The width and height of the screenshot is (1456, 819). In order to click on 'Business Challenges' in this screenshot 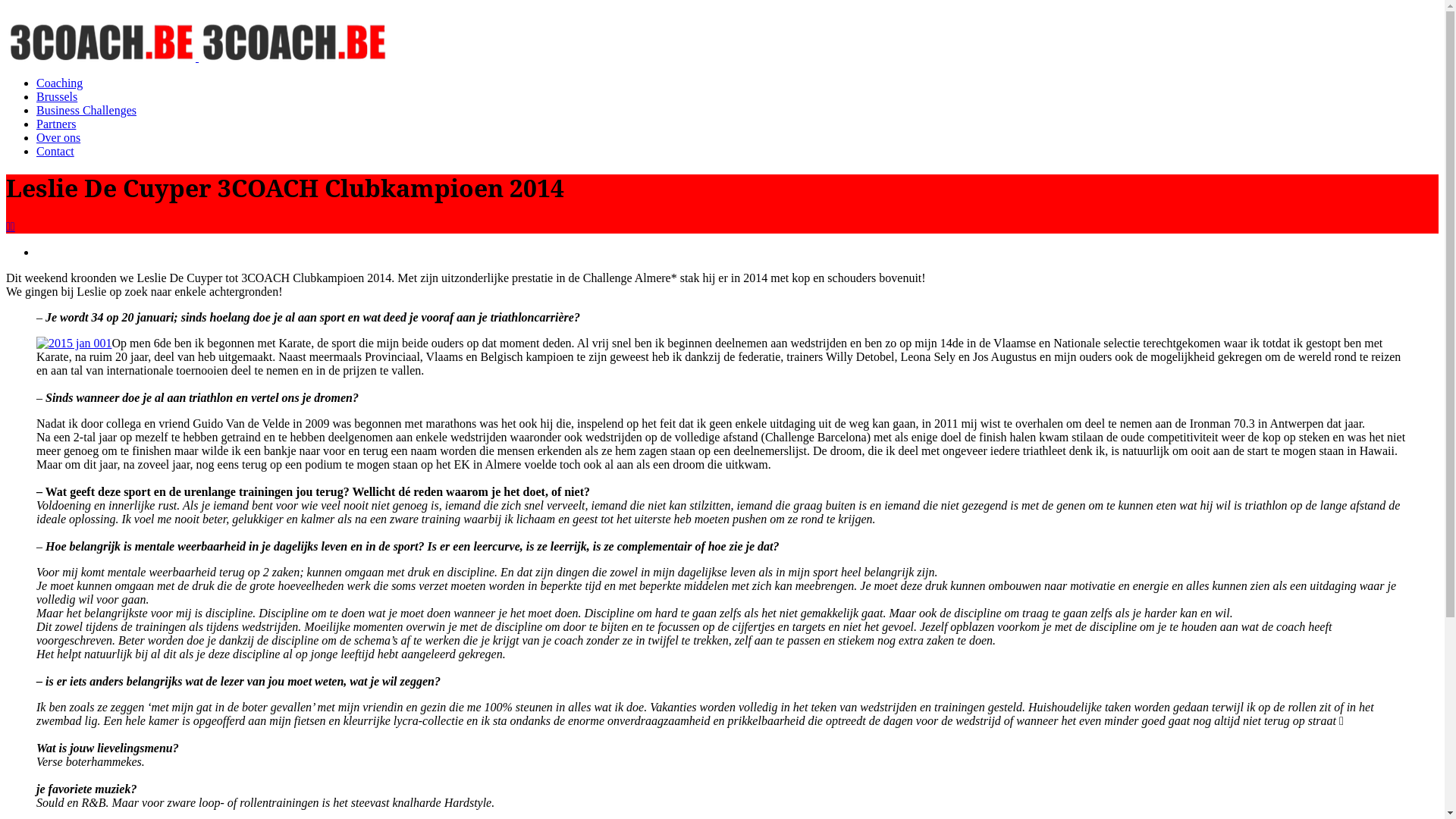, I will do `click(86, 109)`.